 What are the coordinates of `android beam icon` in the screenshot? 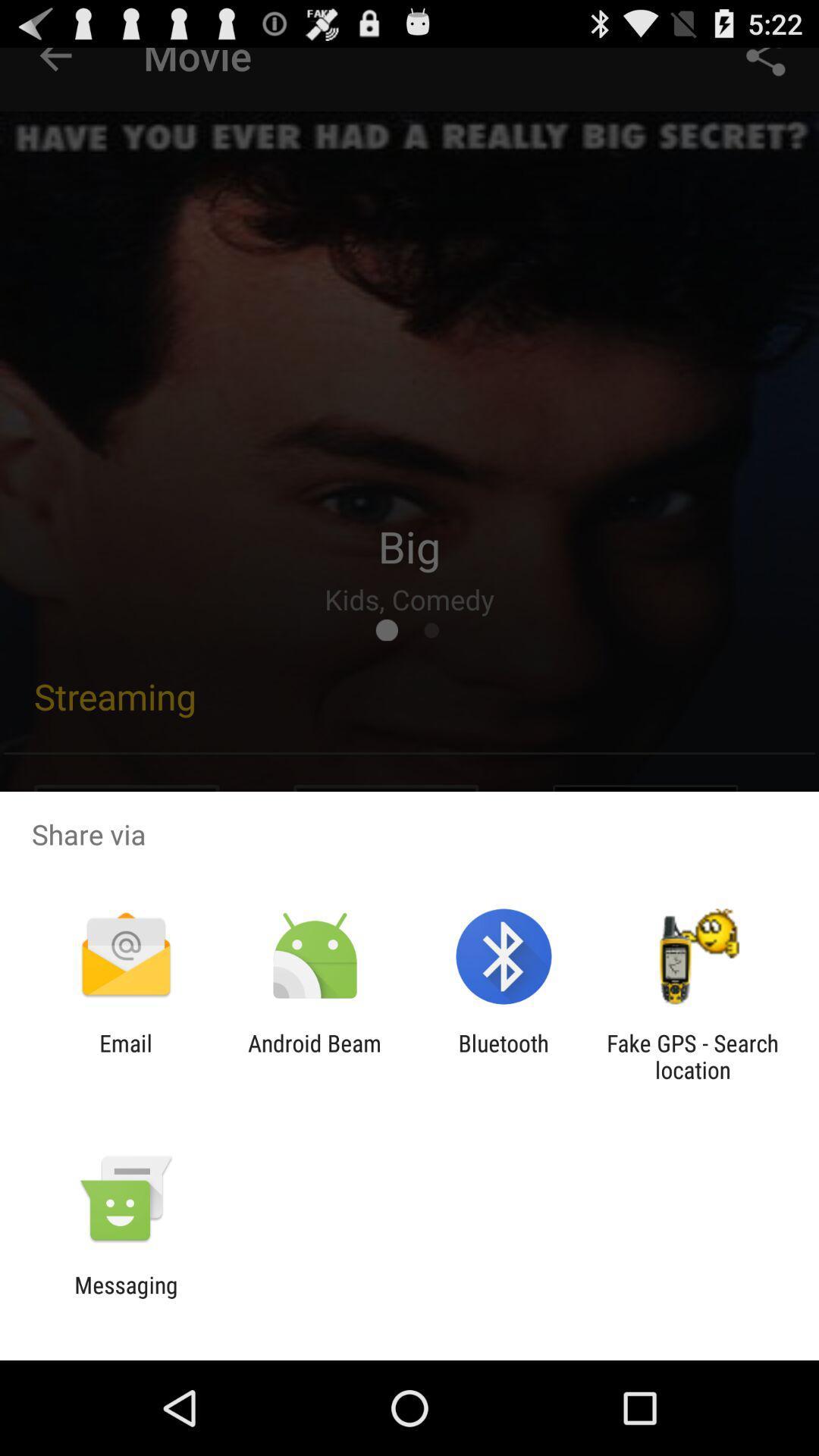 It's located at (314, 1056).